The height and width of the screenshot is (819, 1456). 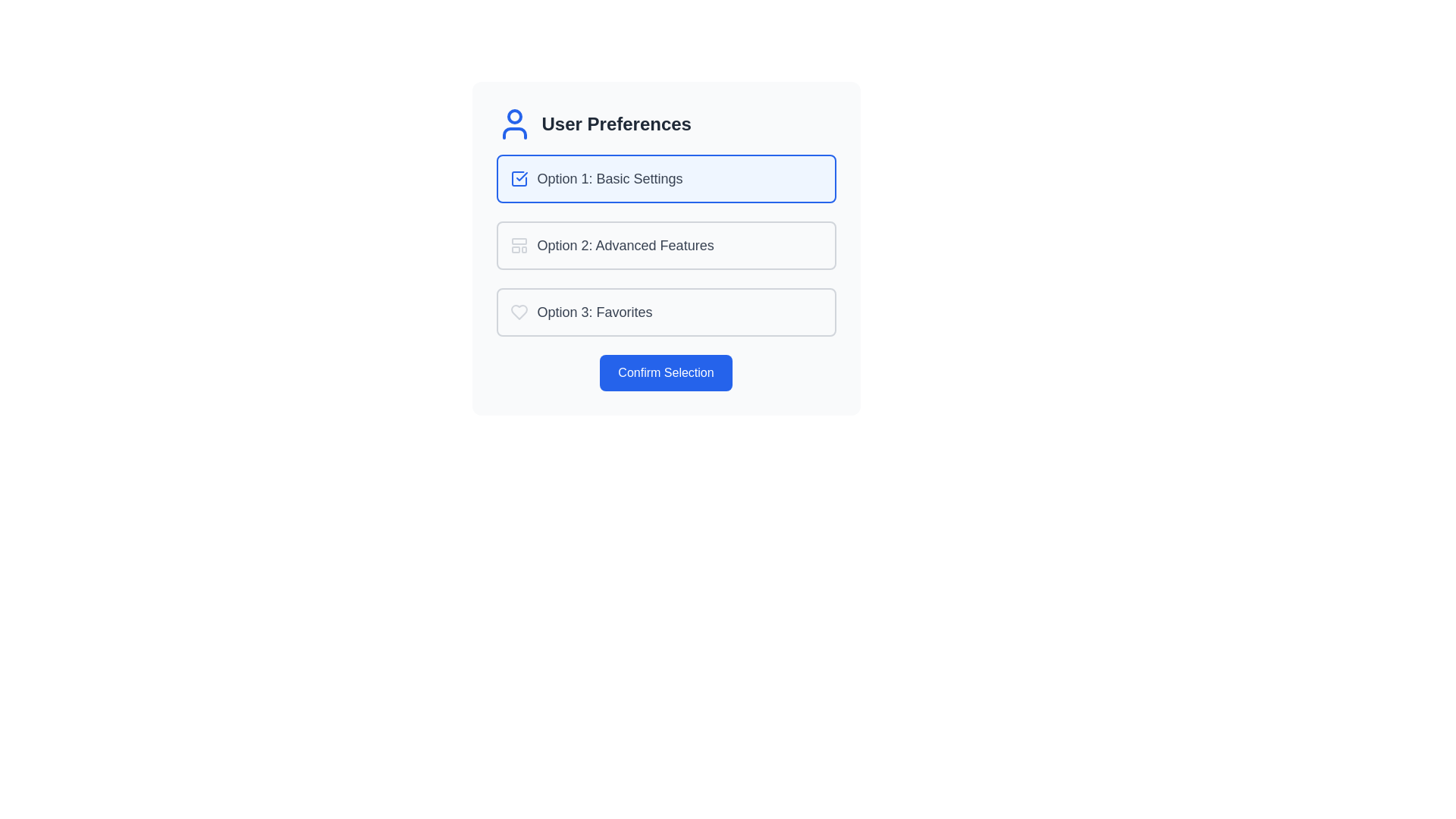 I want to click on the static text label reading 'Option 3: Favorites' which is part of the selectable panel under 'User Preferences', so click(x=594, y=312).